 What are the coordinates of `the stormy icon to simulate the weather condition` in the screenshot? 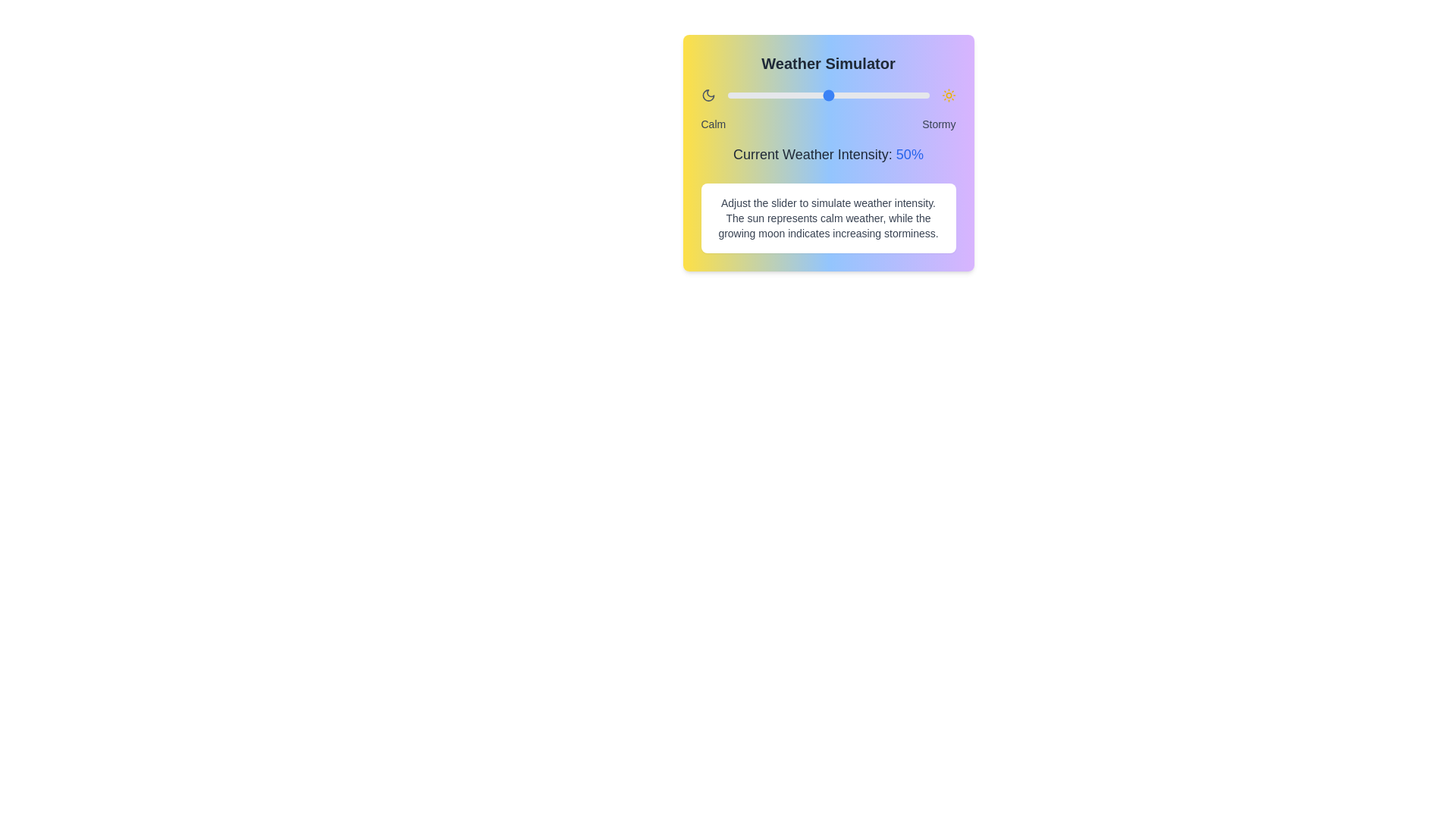 It's located at (948, 96).